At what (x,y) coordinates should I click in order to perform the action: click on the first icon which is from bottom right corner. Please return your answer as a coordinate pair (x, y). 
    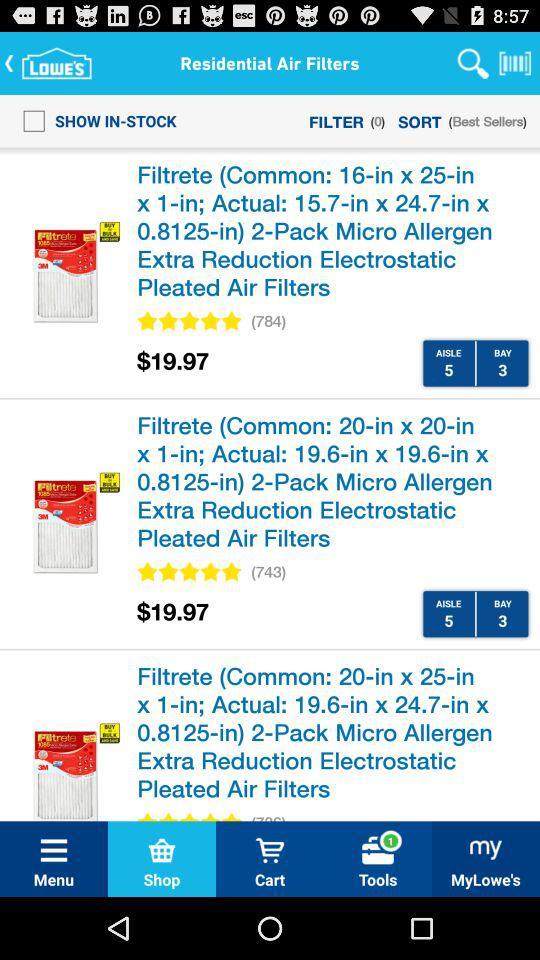
    Looking at the image, I should click on (485, 849).